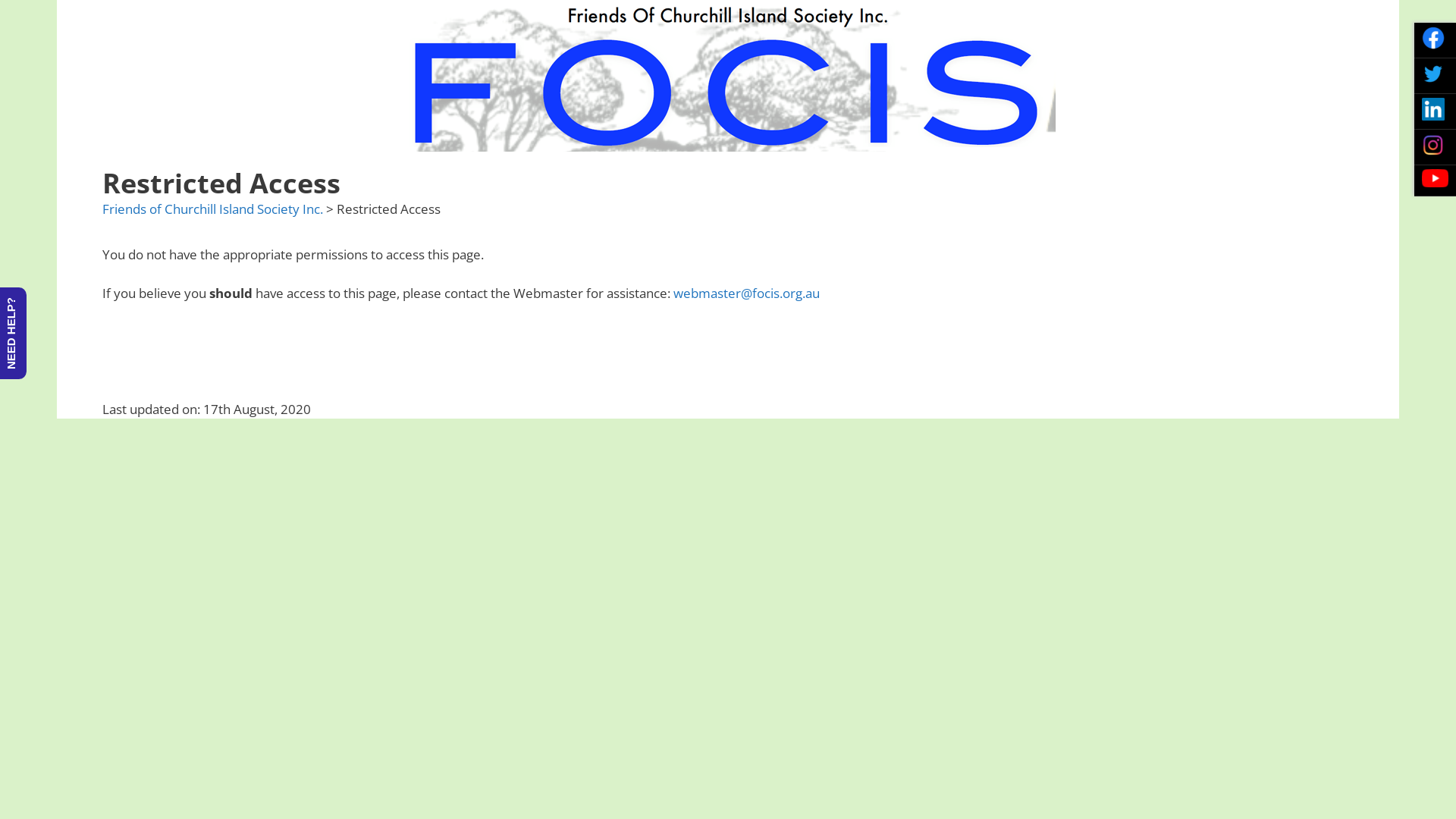 The image size is (1456, 819). What do you see at coordinates (1432, 108) in the screenshot?
I see `'LinkedIn'` at bounding box center [1432, 108].